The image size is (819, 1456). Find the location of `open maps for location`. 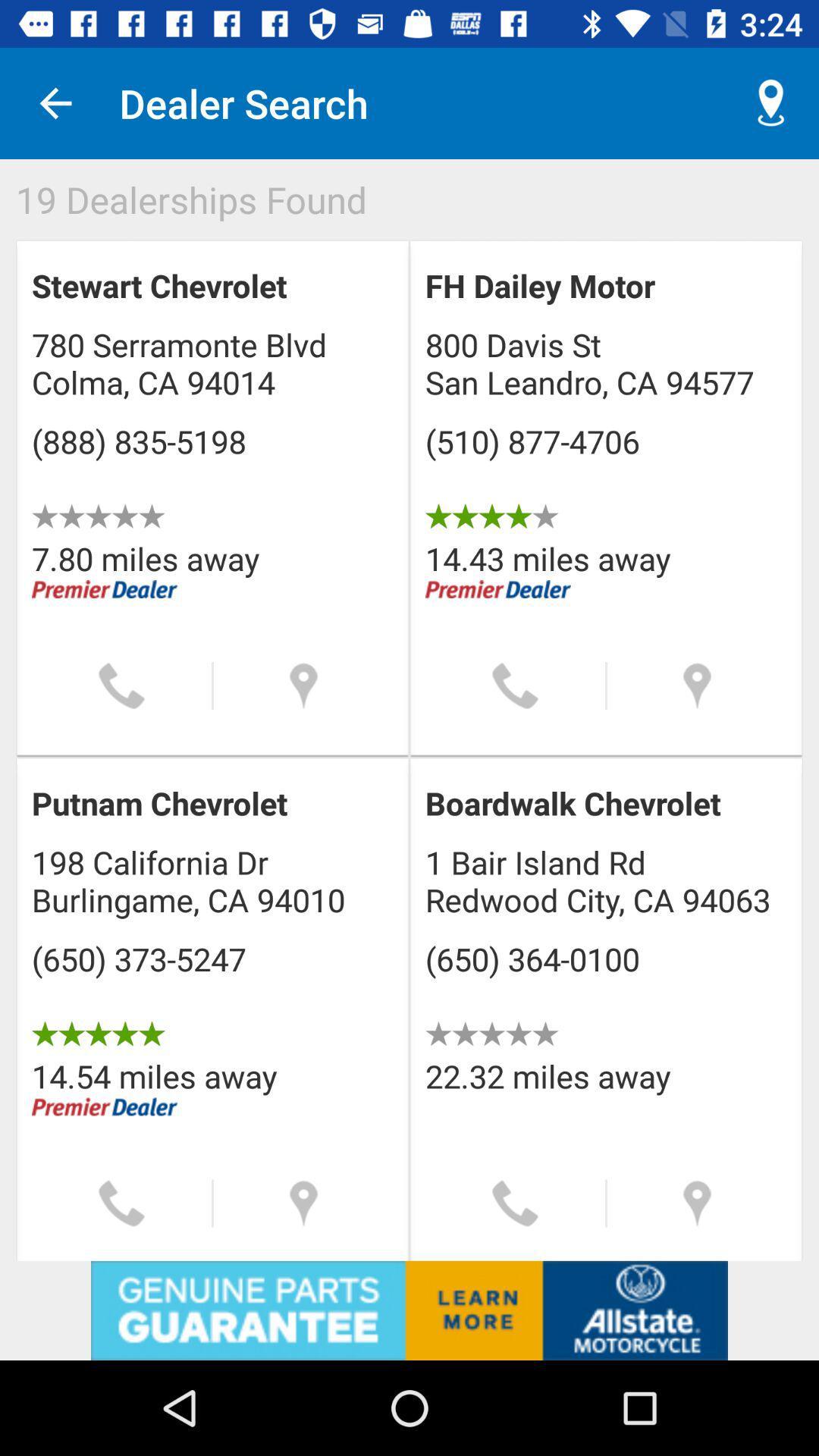

open maps for location is located at coordinates (697, 685).